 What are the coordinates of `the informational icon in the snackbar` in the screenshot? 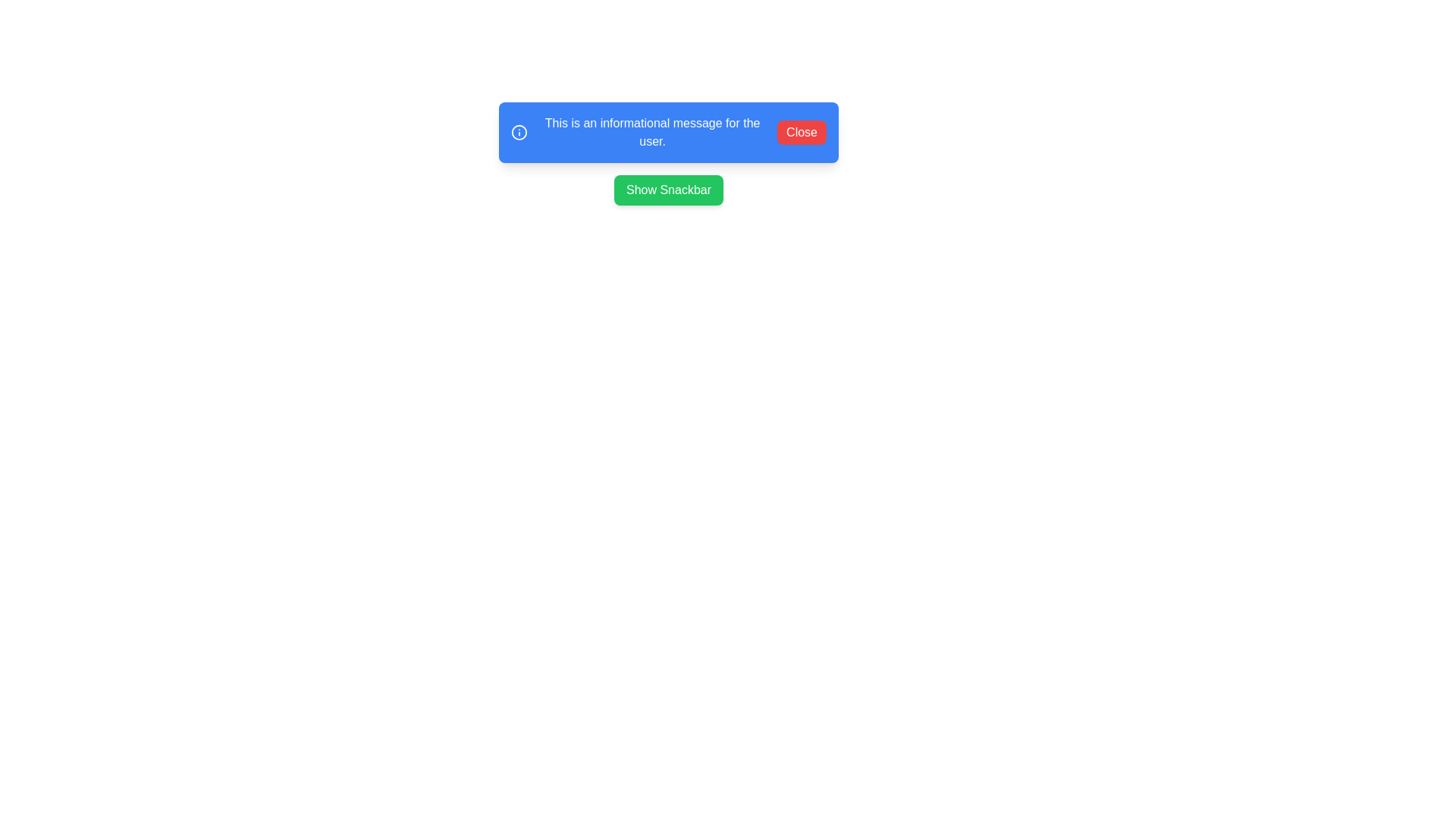 It's located at (519, 131).